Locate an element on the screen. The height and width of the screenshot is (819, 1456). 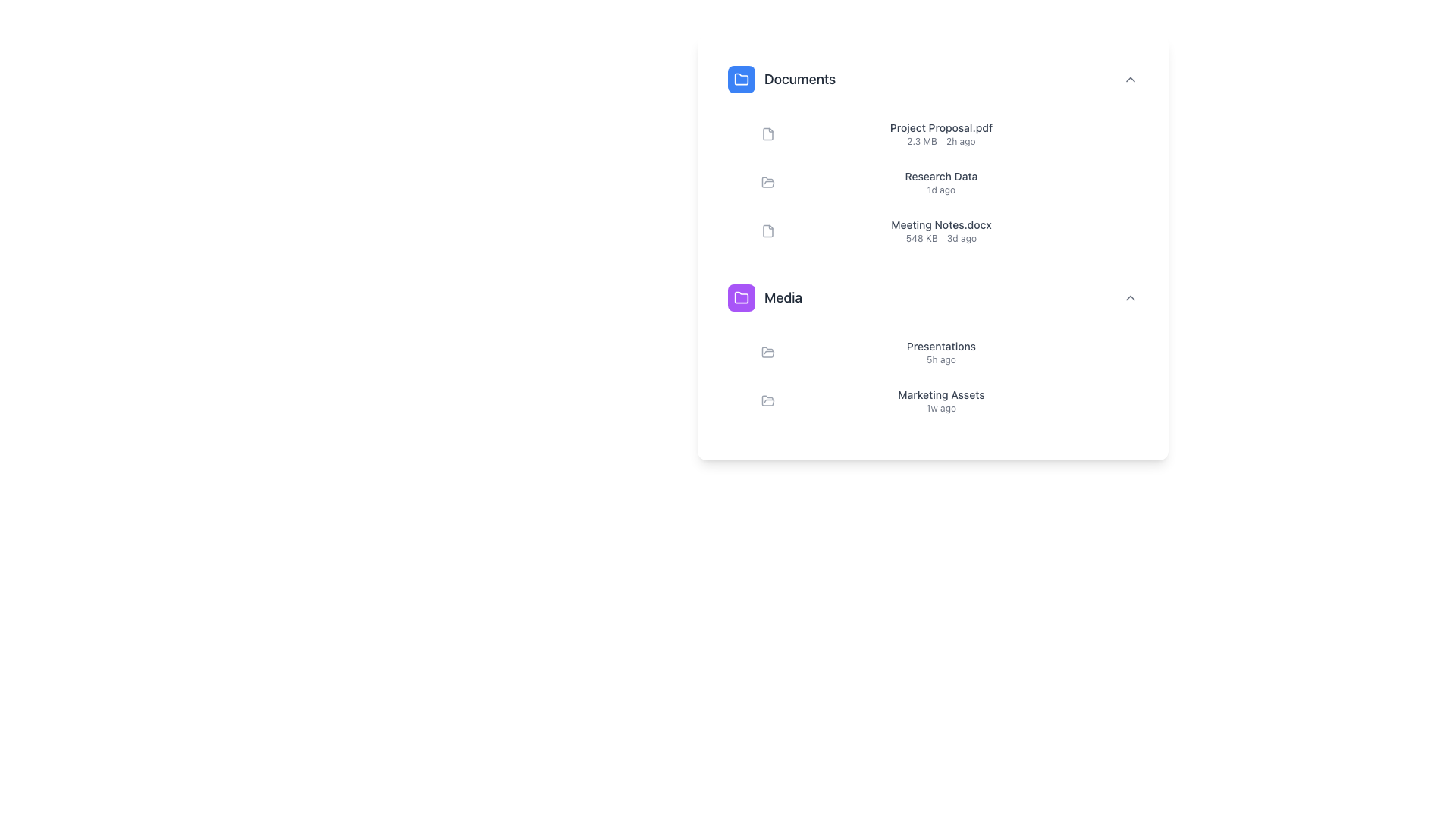
the 'Documents' folder icon located in the top-left corner of the 'Documents' section is located at coordinates (742, 79).